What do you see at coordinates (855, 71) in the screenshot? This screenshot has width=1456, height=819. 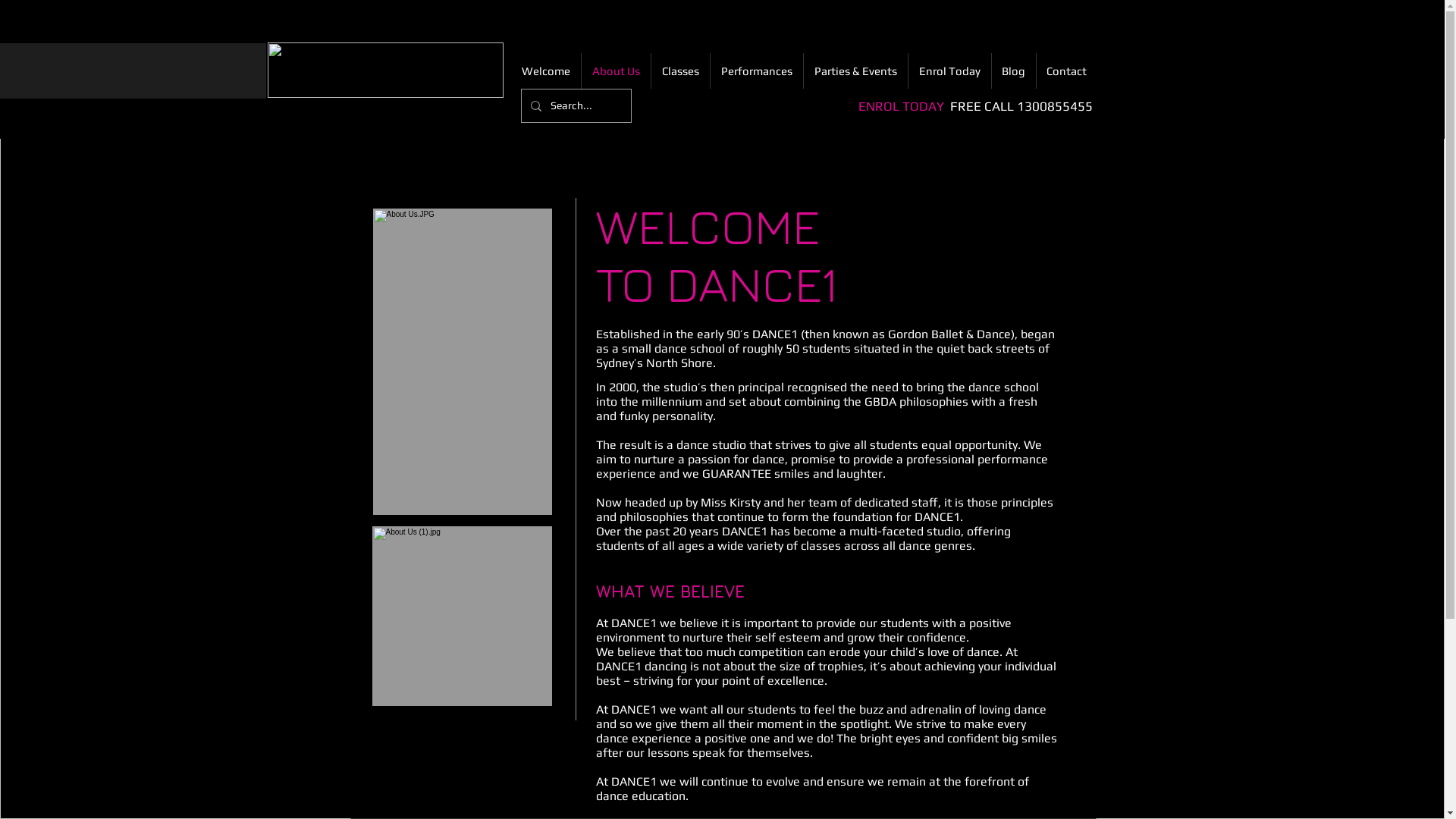 I see `'Parties & Events'` at bounding box center [855, 71].